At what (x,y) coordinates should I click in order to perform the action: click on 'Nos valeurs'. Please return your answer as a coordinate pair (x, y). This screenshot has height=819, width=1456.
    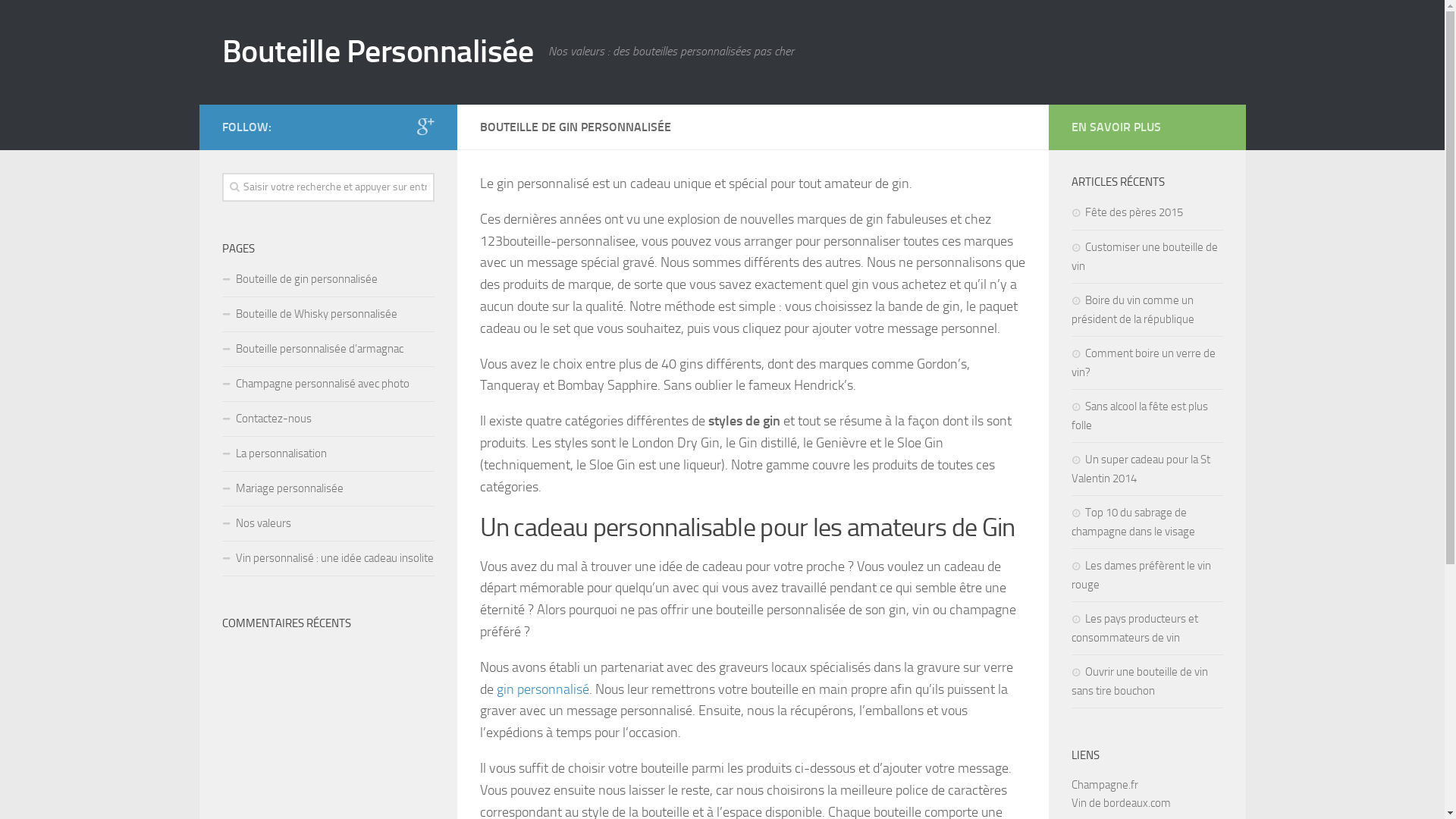
    Looking at the image, I should click on (327, 522).